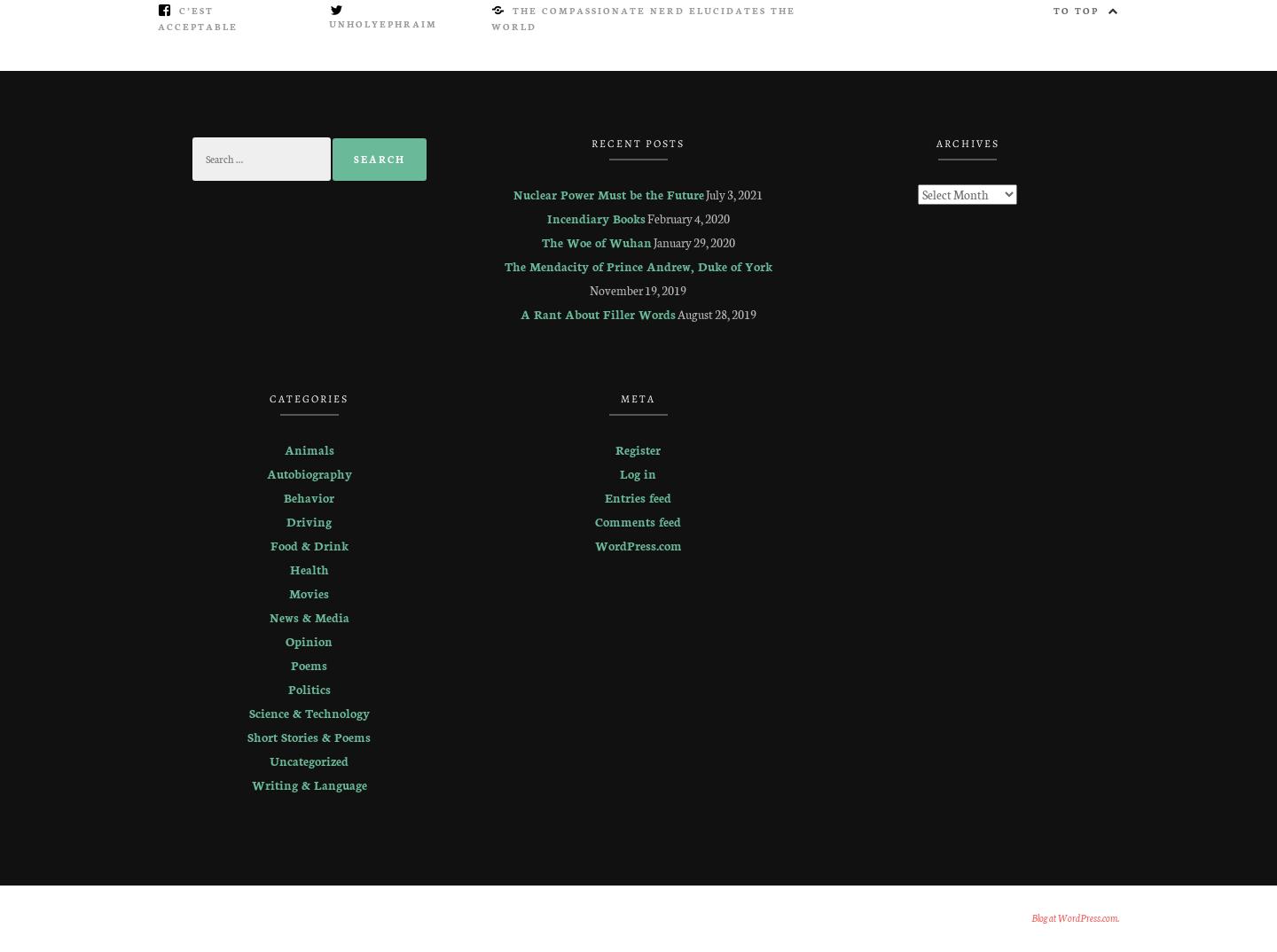  I want to click on 'Science & Technology', so click(309, 712).